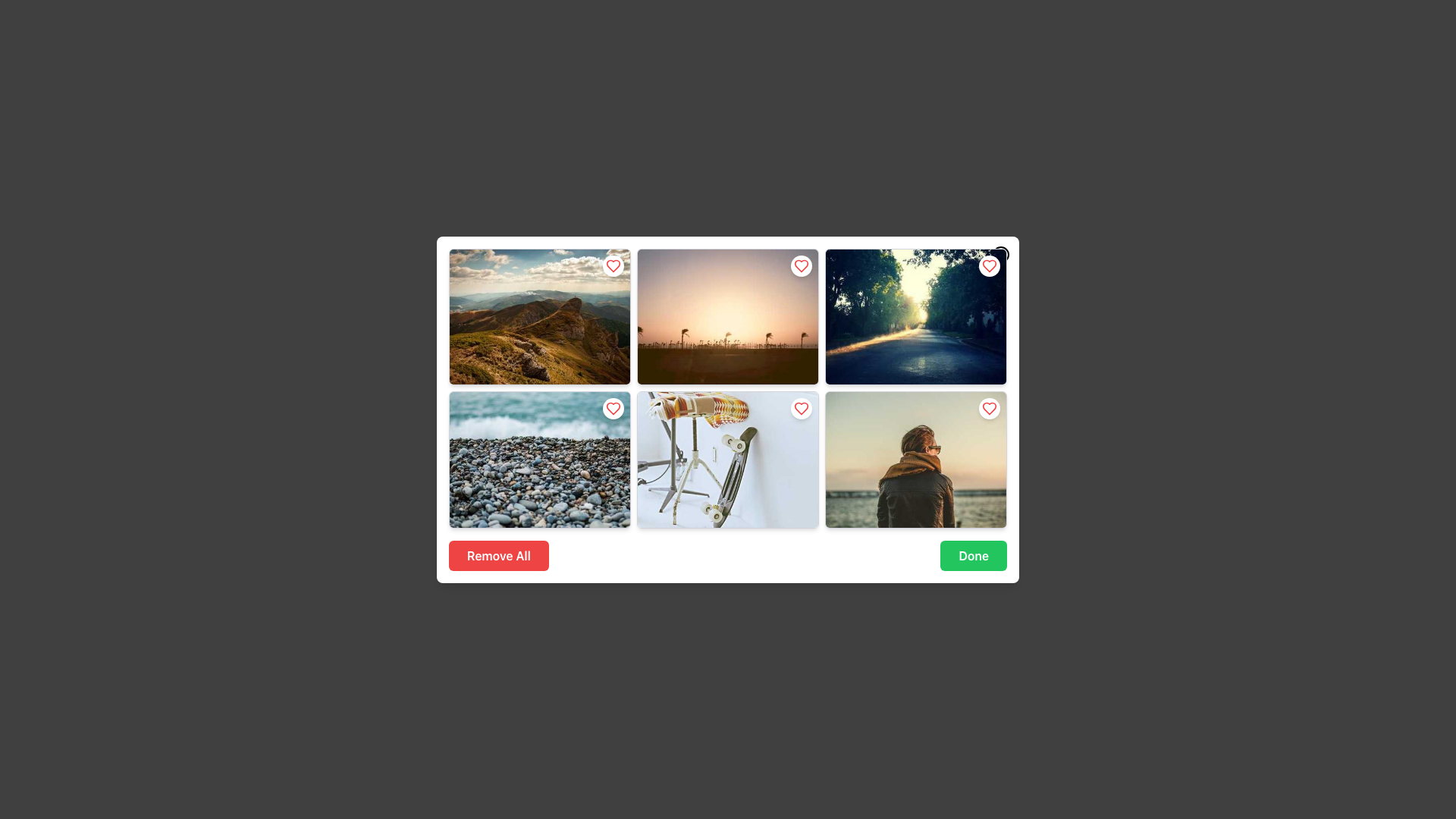 The height and width of the screenshot is (819, 1456). Describe the element at coordinates (990, 265) in the screenshot. I see `the heart-shaped favorite toggle icon located at the upper-right corner of the third image in the top row of the grid layout to possibly view the tooltip` at that location.